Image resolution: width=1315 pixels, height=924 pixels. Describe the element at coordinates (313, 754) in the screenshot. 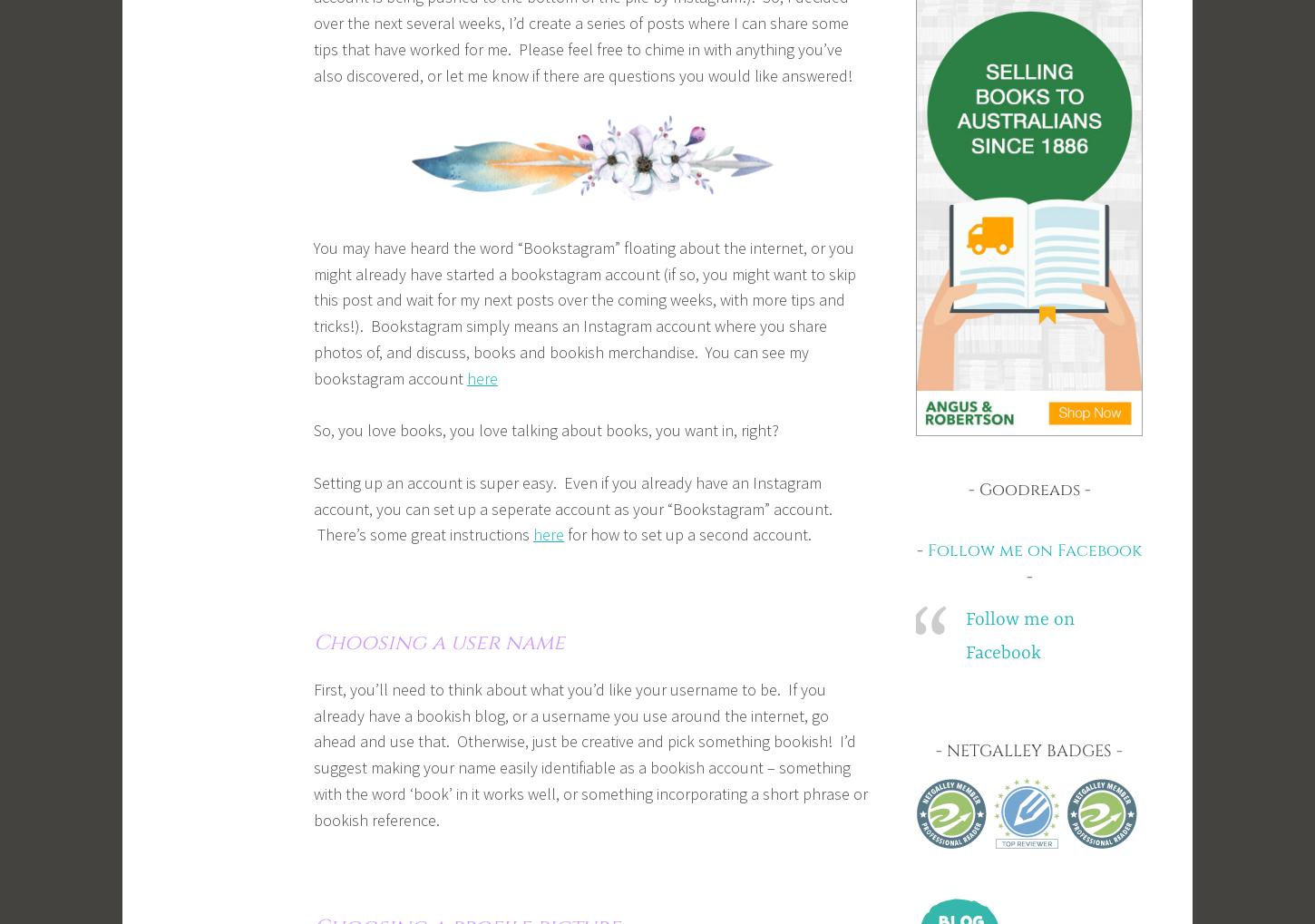

I see `'First, you’ll need to think about what you’d like your username to be.  If you already have a bookish blog, or a username you use around the internet, go ahead and use that.  Otherwise, just be creative and pick something bookish!  I’d suggest making your name easily identifiable as a bookish account – something with the word ‘book’ in it works well, or something incorporating a short phrase or bookish reference.'` at that location.